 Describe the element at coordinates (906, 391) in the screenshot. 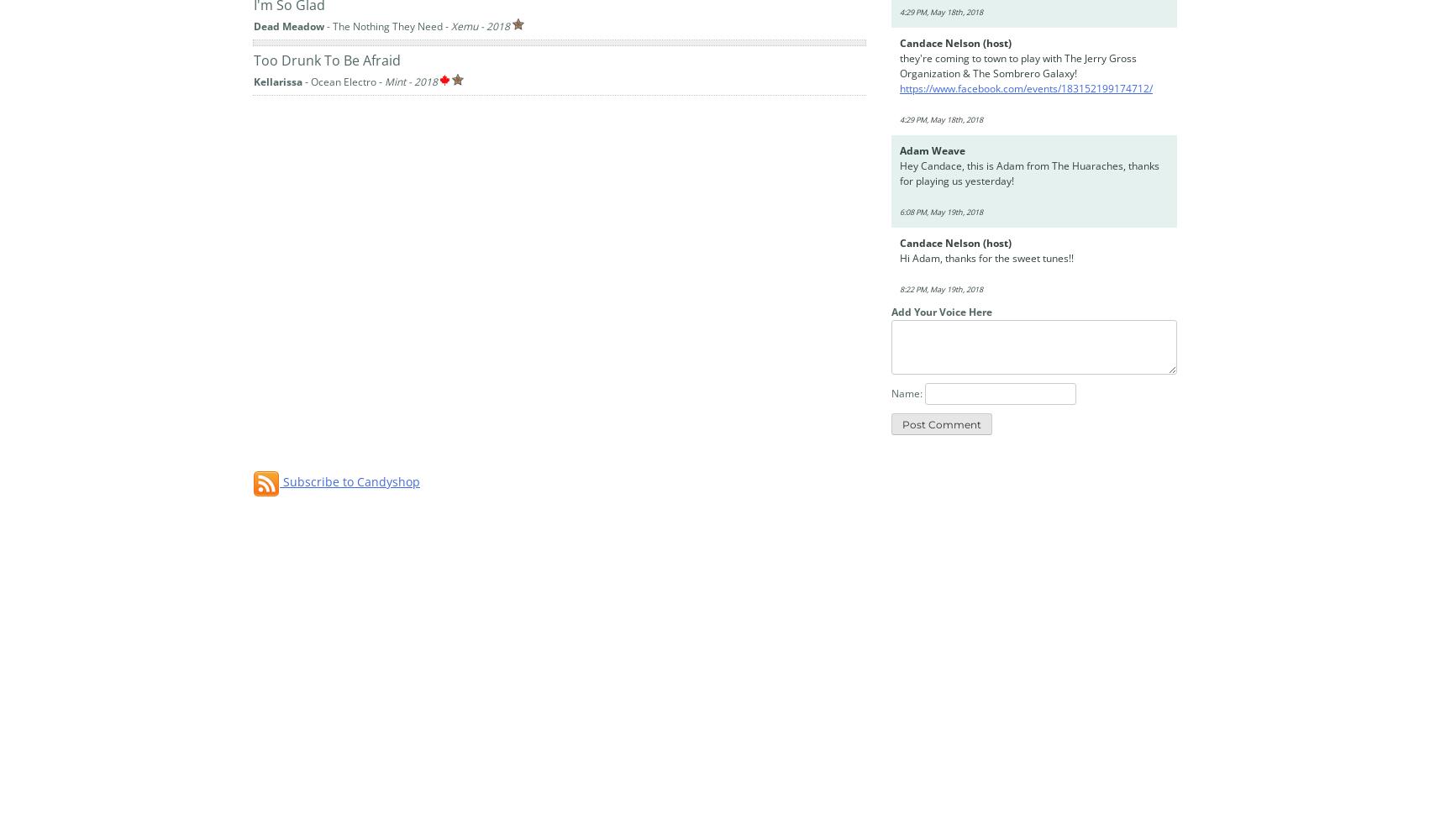

I see `'Name:'` at that location.